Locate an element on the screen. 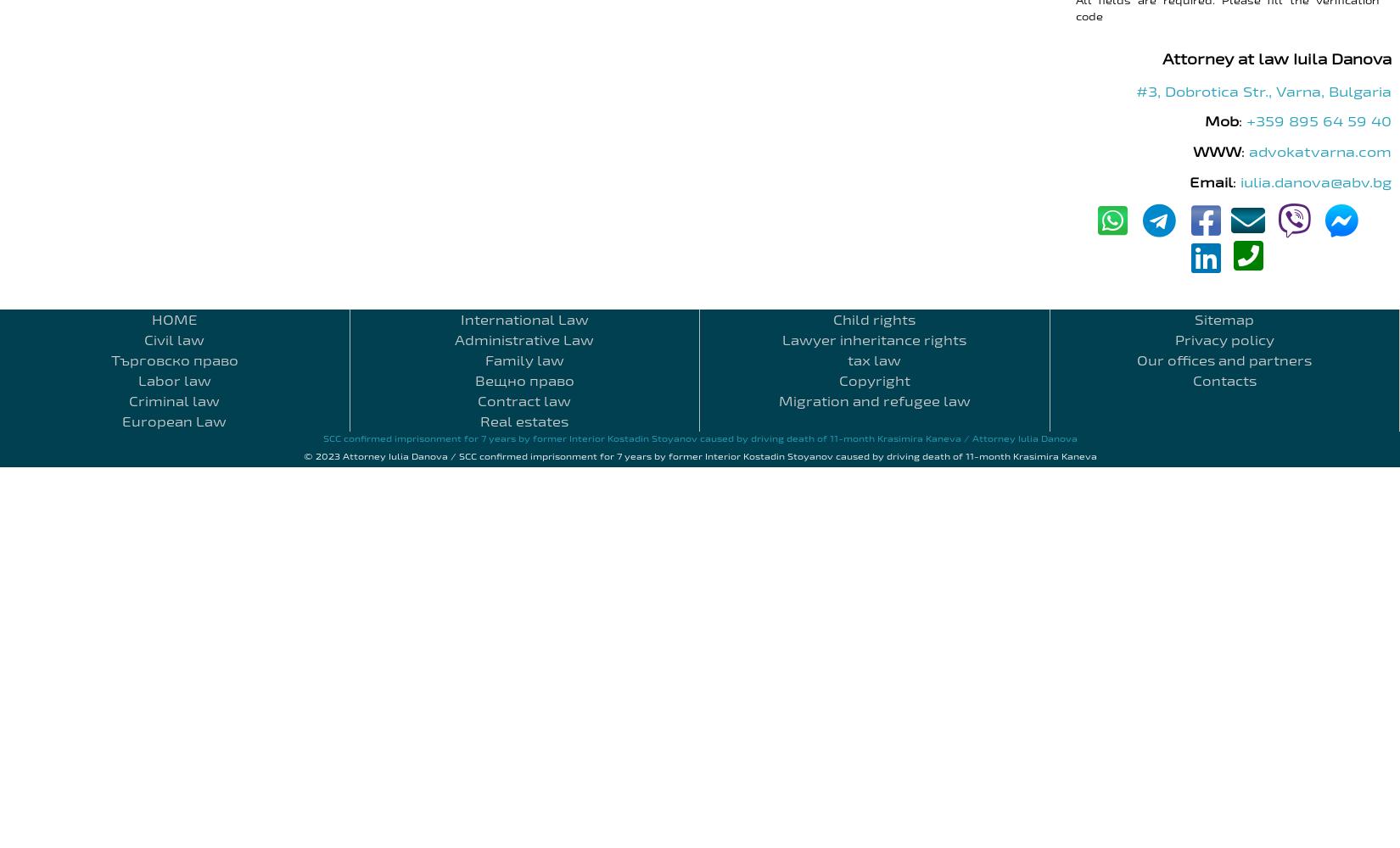 The width and height of the screenshot is (1400, 848). 'Lawyer inheritance rights' is located at coordinates (874, 340).